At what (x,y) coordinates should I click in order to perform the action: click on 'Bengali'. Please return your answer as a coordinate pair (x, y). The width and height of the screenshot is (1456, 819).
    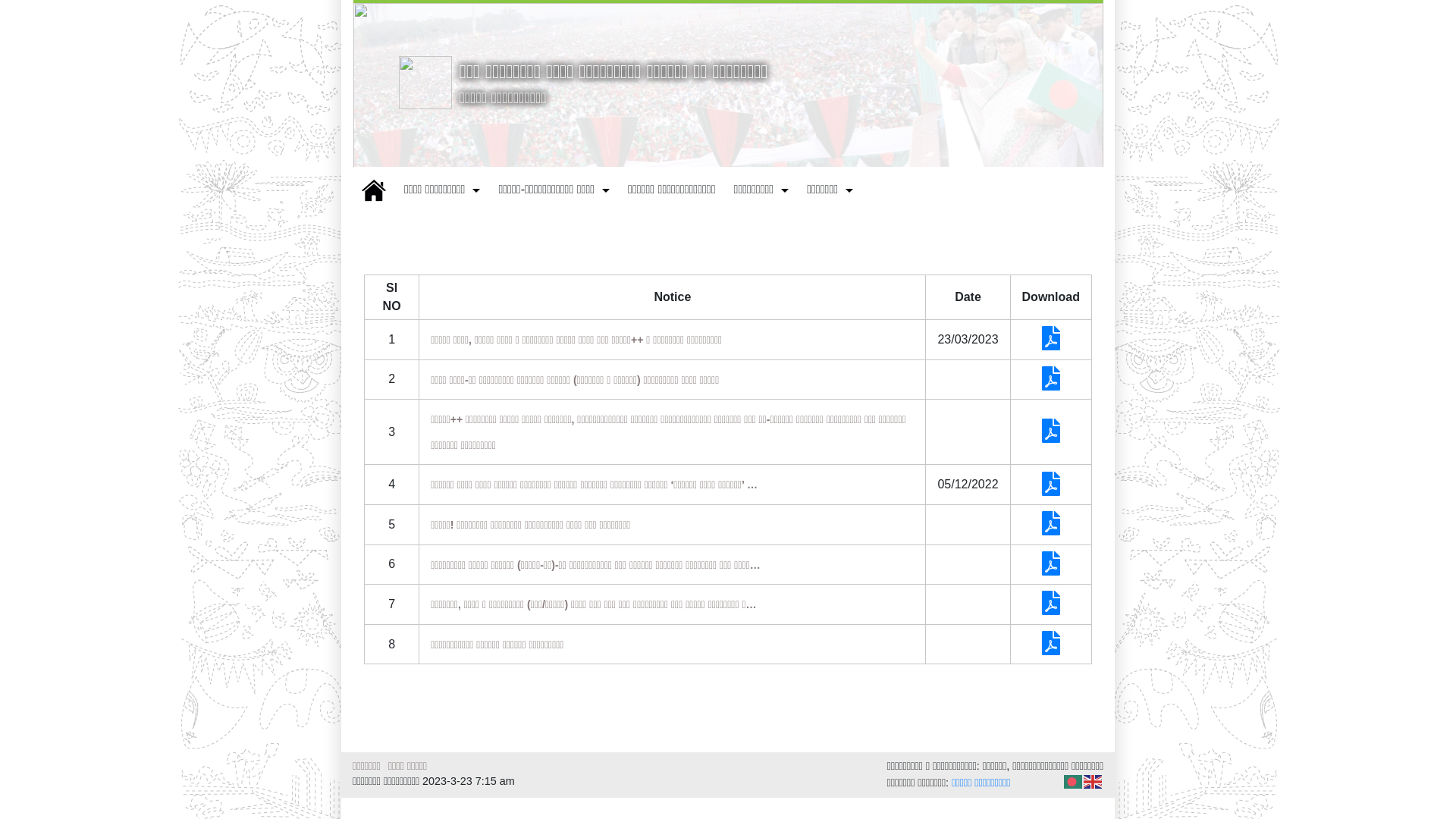
    Looking at the image, I should click on (1073, 781).